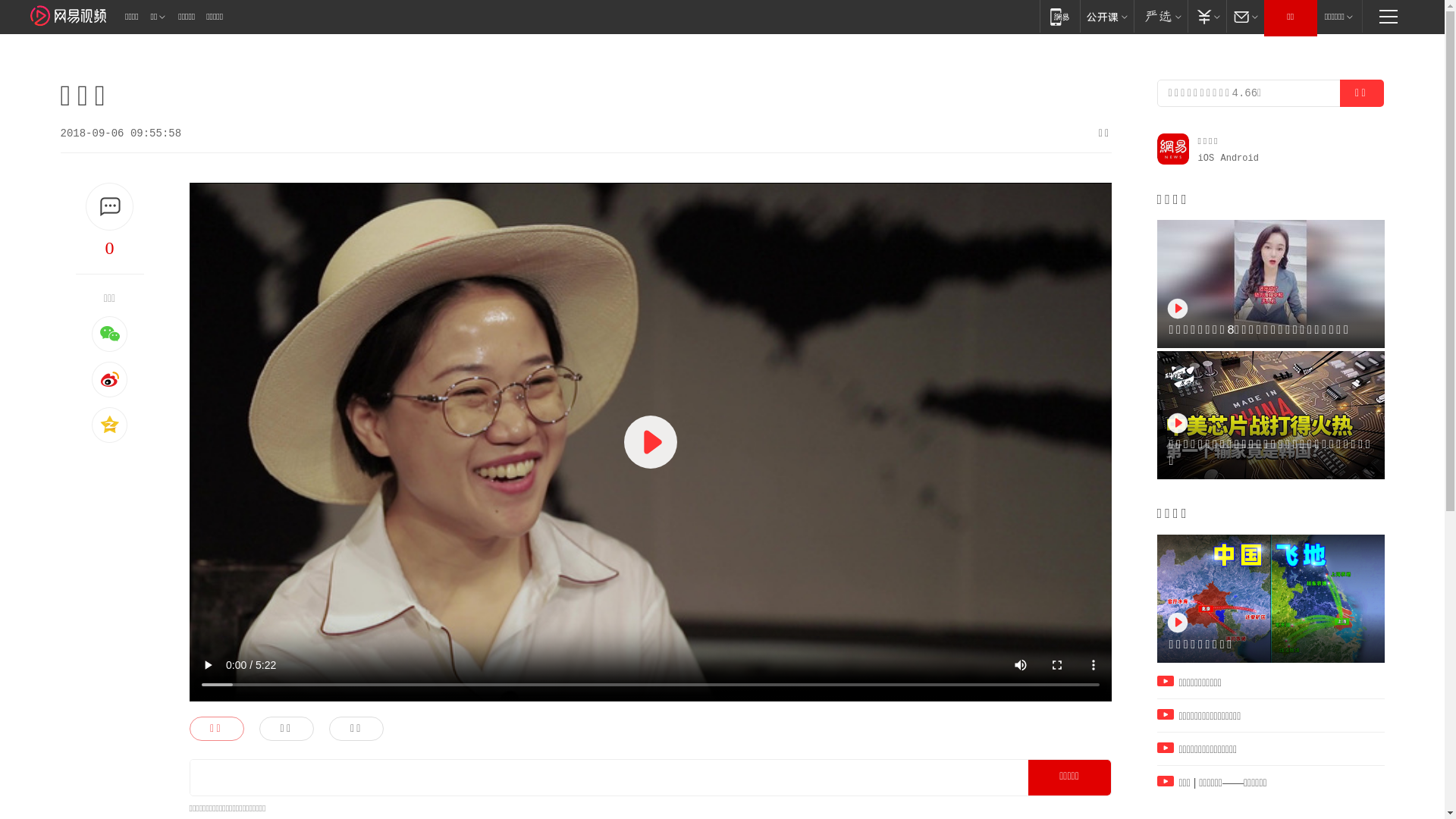 The image size is (1456, 819). Describe the element at coordinates (1240, 158) in the screenshot. I see `'Android'` at that location.